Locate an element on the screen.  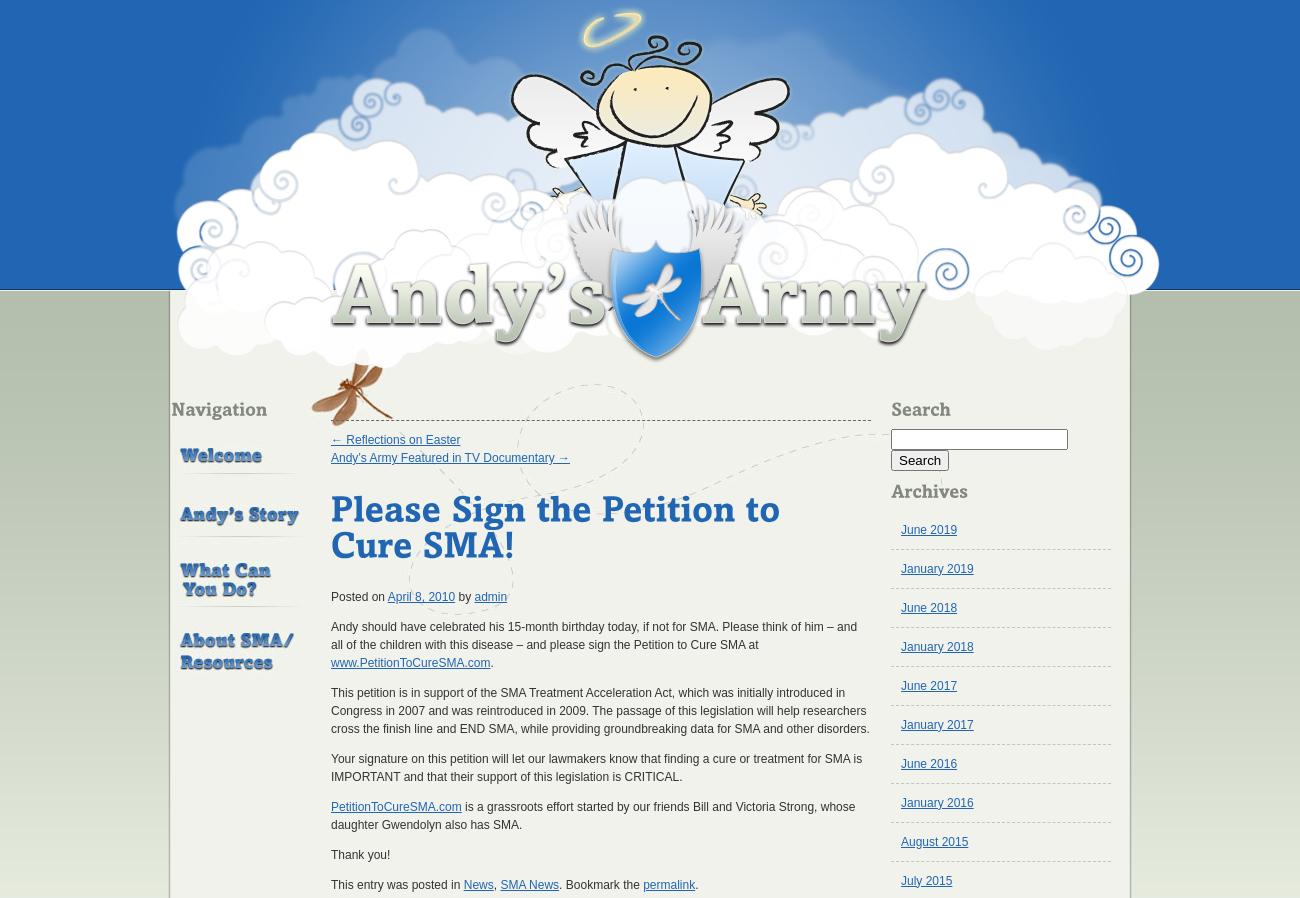
'June 2019' is located at coordinates (928, 528).